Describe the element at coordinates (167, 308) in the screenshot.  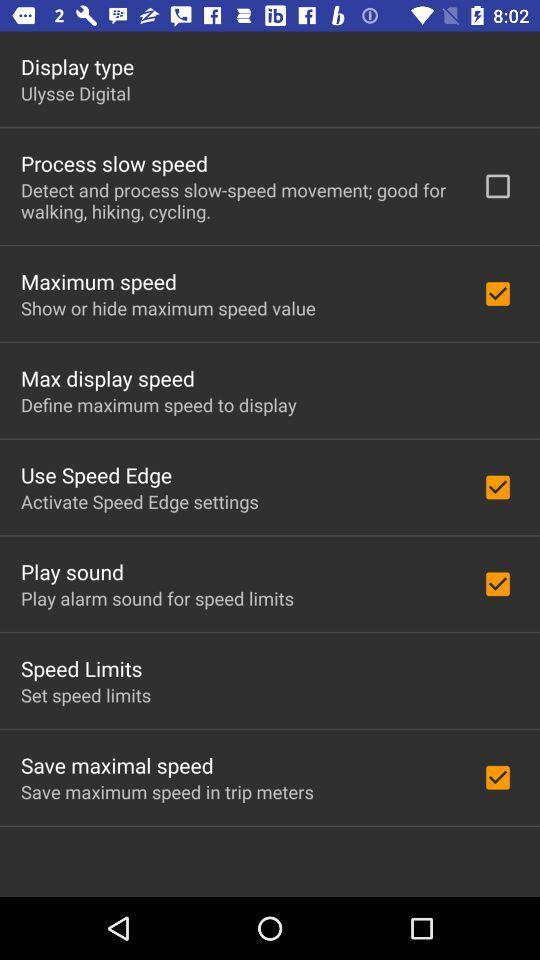
I see `show or hide item` at that location.